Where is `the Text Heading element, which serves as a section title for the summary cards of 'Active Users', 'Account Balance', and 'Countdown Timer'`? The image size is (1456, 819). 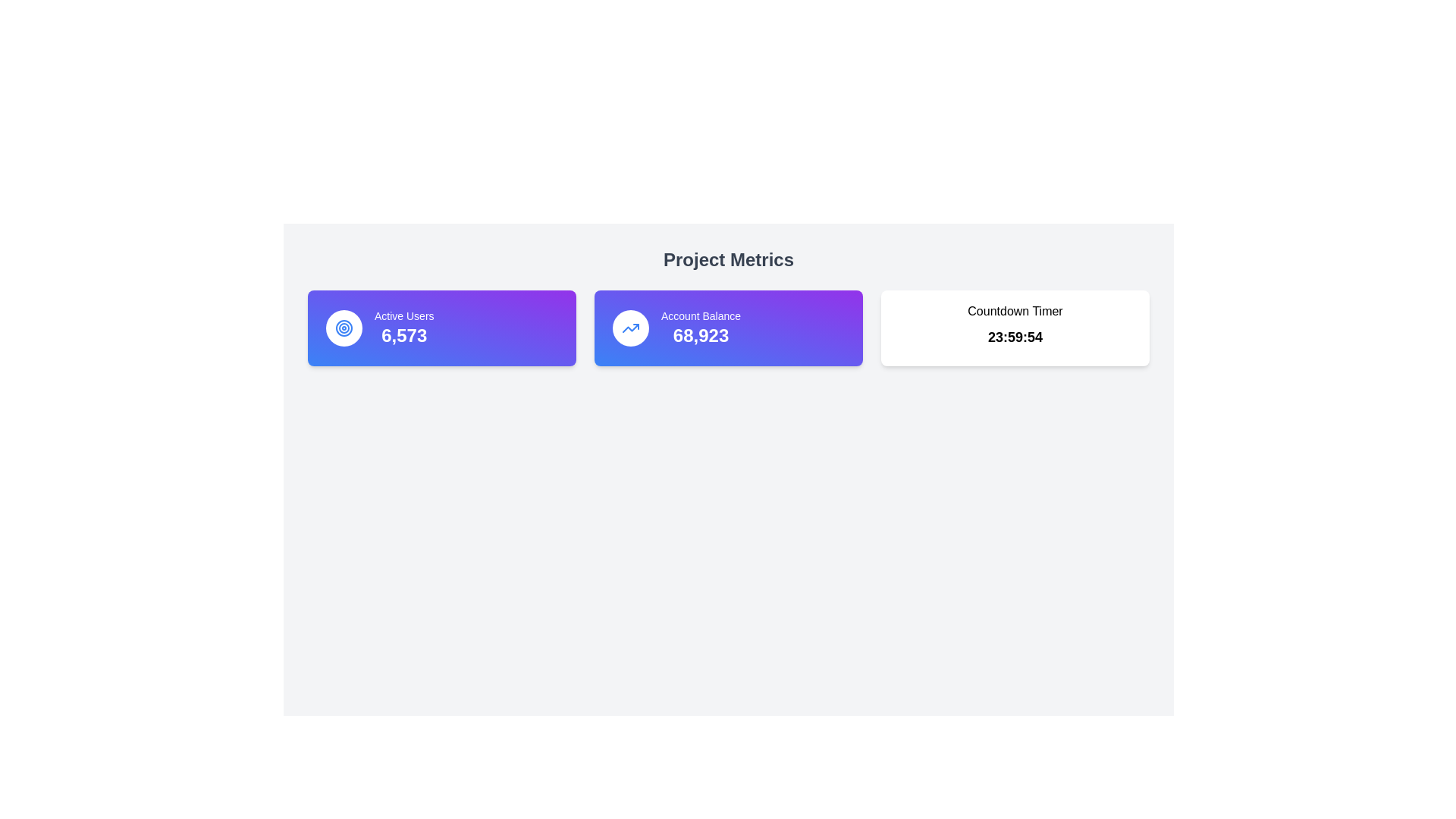
the Text Heading element, which serves as a section title for the summary cards of 'Active Users', 'Account Balance', and 'Countdown Timer' is located at coordinates (728, 259).